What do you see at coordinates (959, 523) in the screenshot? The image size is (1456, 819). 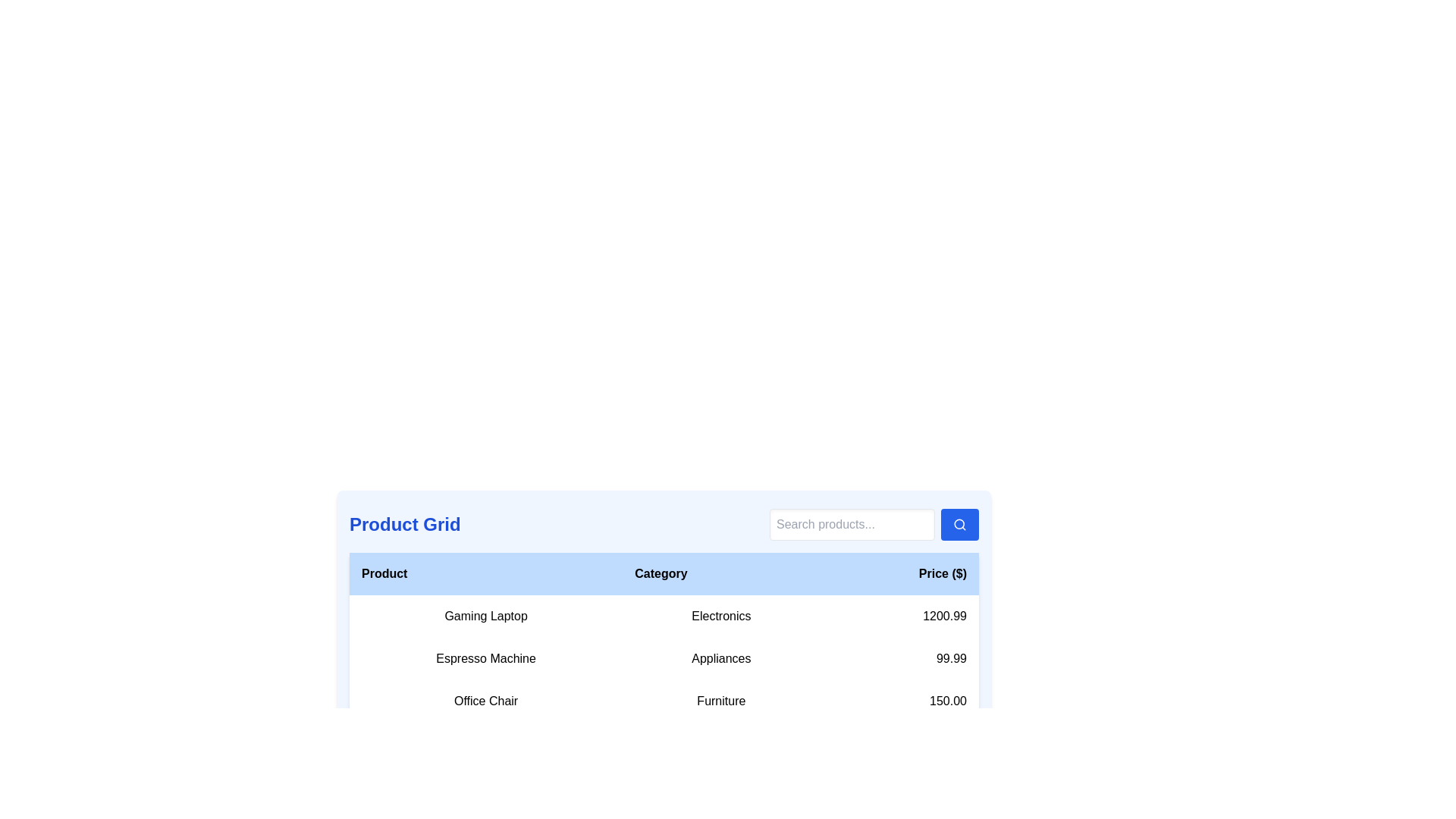 I see `the inner circle of the search icon located on the top-right side of a blue button adjacent to a search input field` at bounding box center [959, 523].